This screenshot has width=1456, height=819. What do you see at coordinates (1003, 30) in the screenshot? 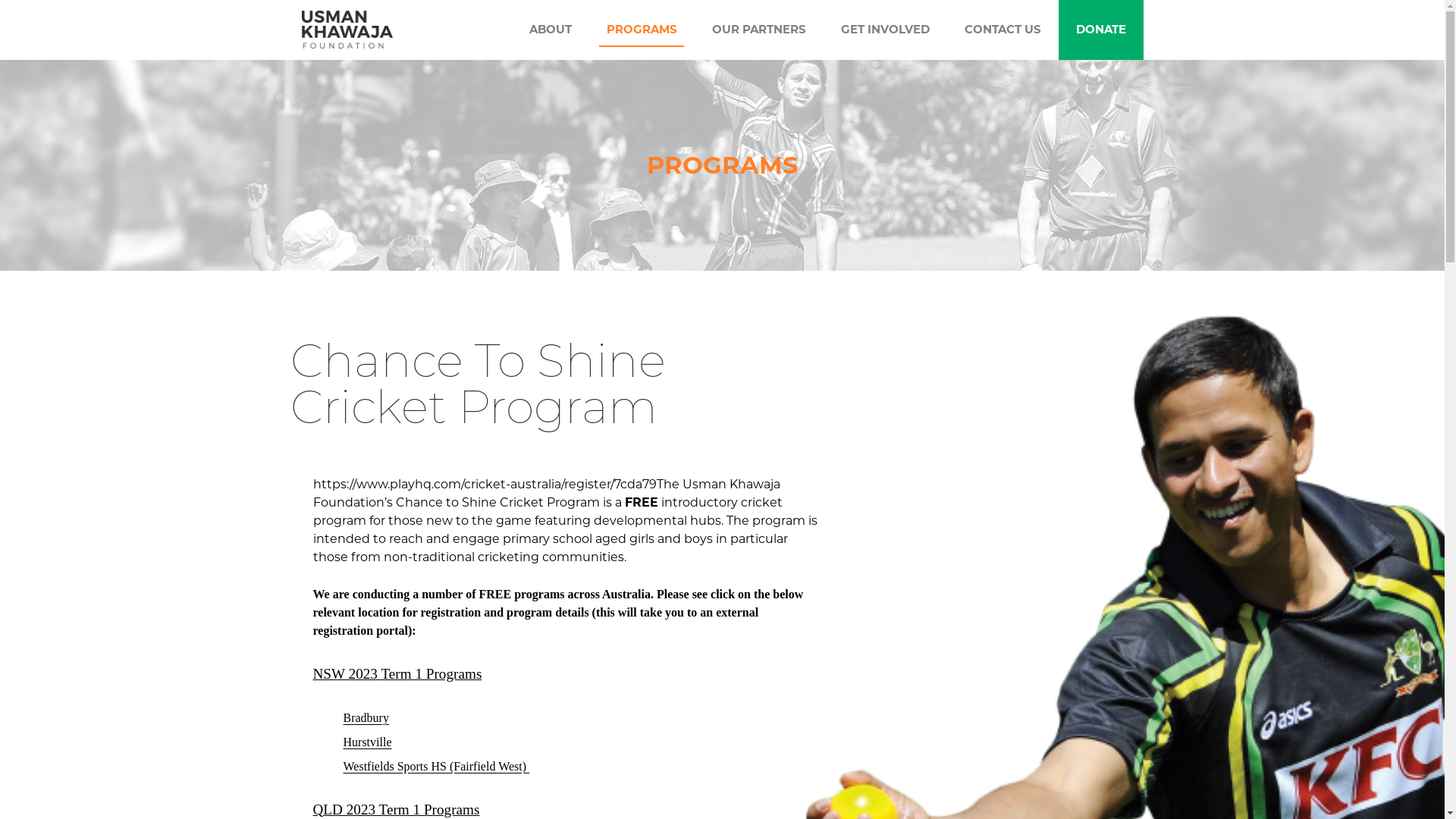
I see `'CONTACT US'` at bounding box center [1003, 30].